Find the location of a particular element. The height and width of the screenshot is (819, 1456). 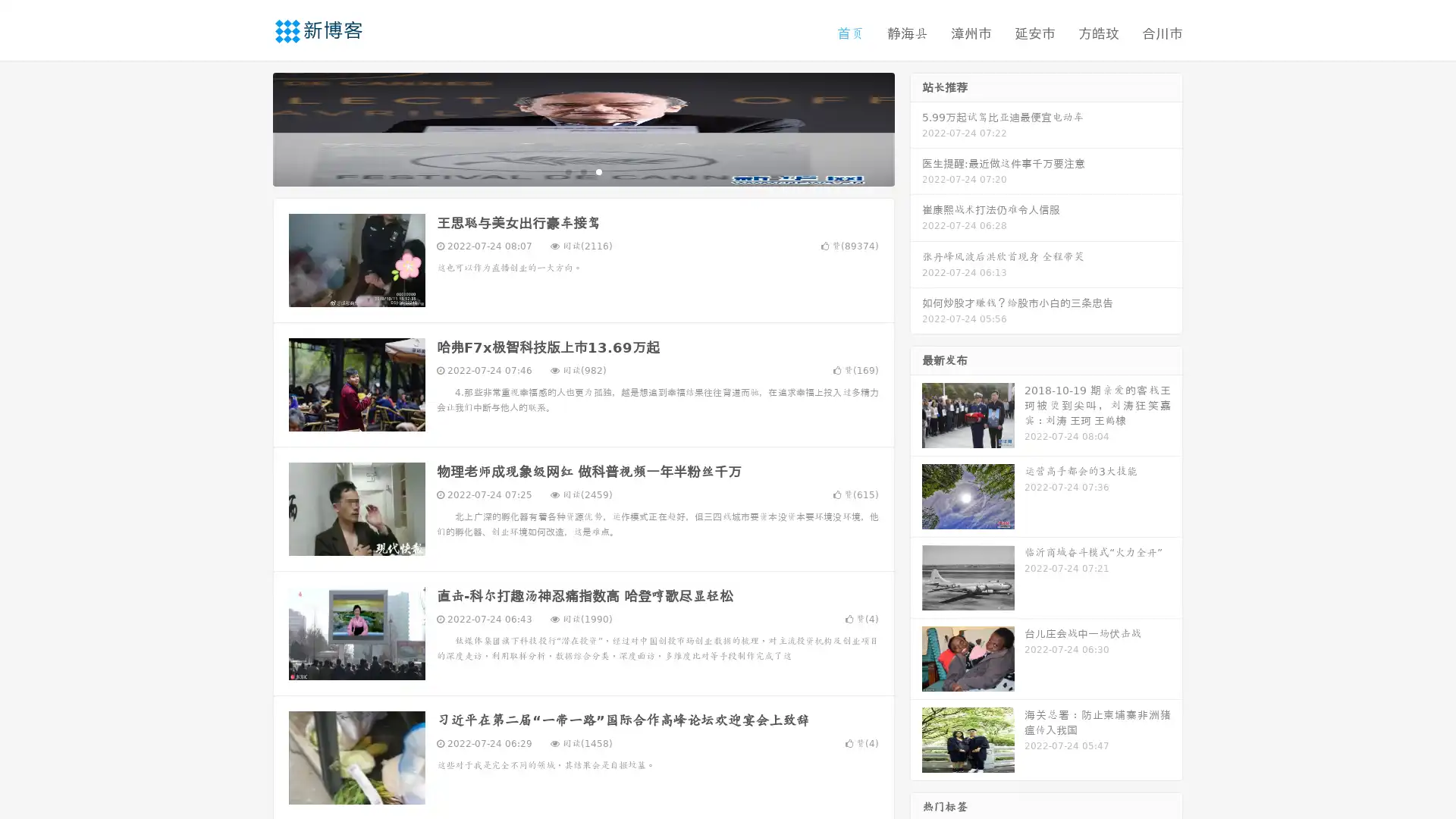

Previous slide is located at coordinates (250, 127).